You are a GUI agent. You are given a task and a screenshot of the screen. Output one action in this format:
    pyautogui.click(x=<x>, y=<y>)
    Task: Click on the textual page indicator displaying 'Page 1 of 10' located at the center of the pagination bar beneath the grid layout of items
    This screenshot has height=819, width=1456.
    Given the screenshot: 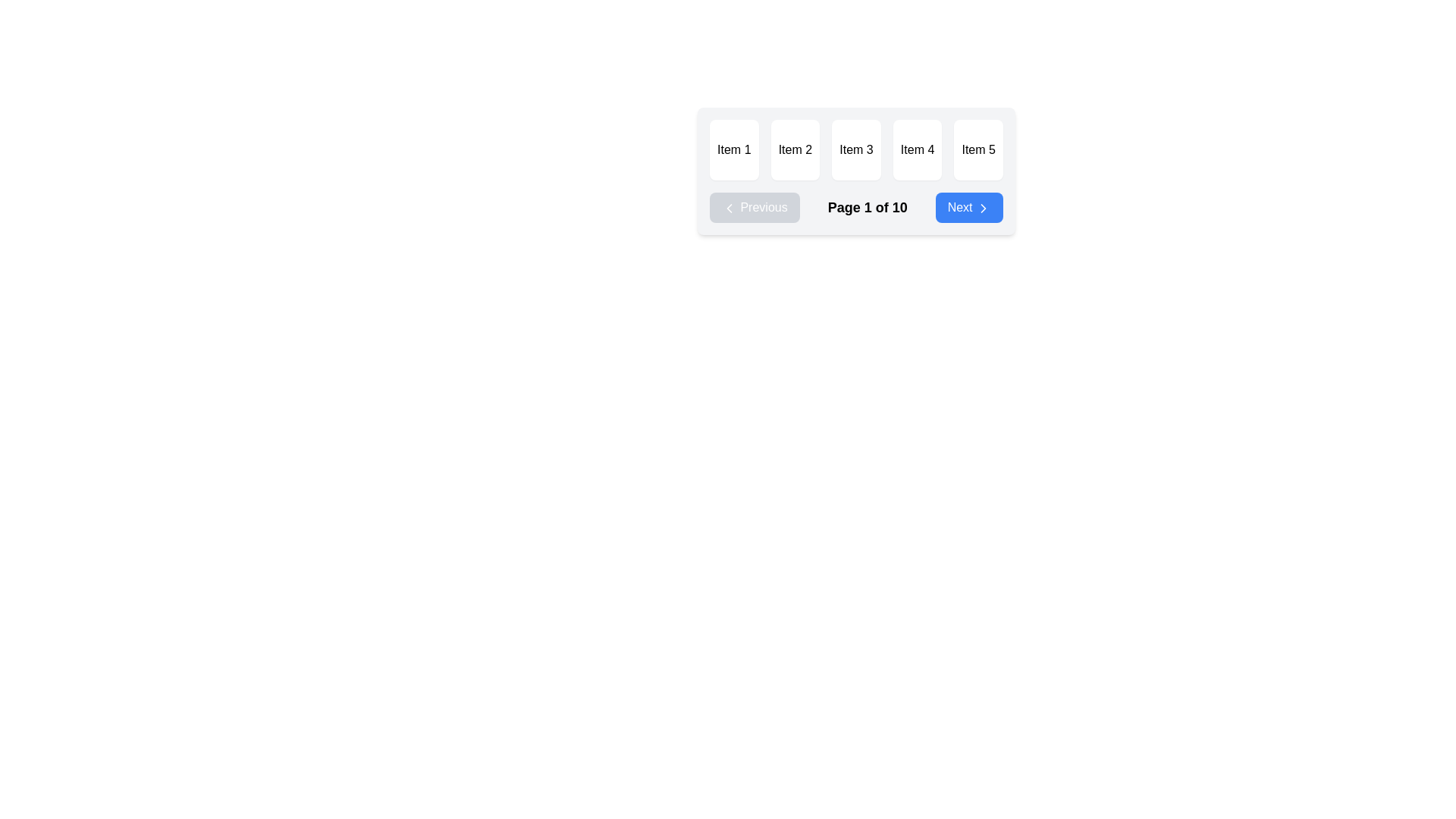 What is the action you would take?
    pyautogui.click(x=856, y=207)
    